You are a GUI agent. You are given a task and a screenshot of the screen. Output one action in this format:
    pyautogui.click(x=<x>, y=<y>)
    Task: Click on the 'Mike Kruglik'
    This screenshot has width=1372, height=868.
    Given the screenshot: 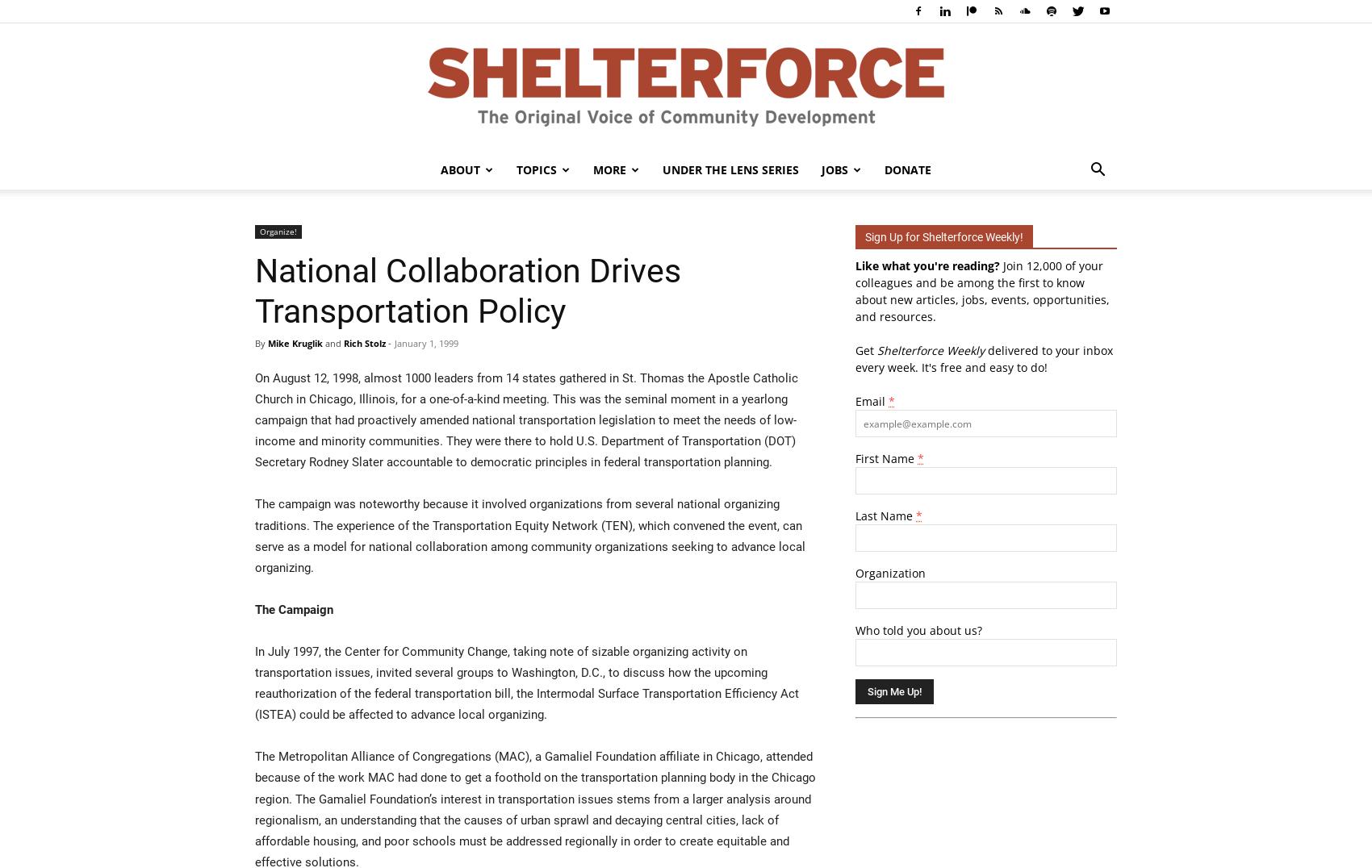 What is the action you would take?
    pyautogui.click(x=267, y=343)
    